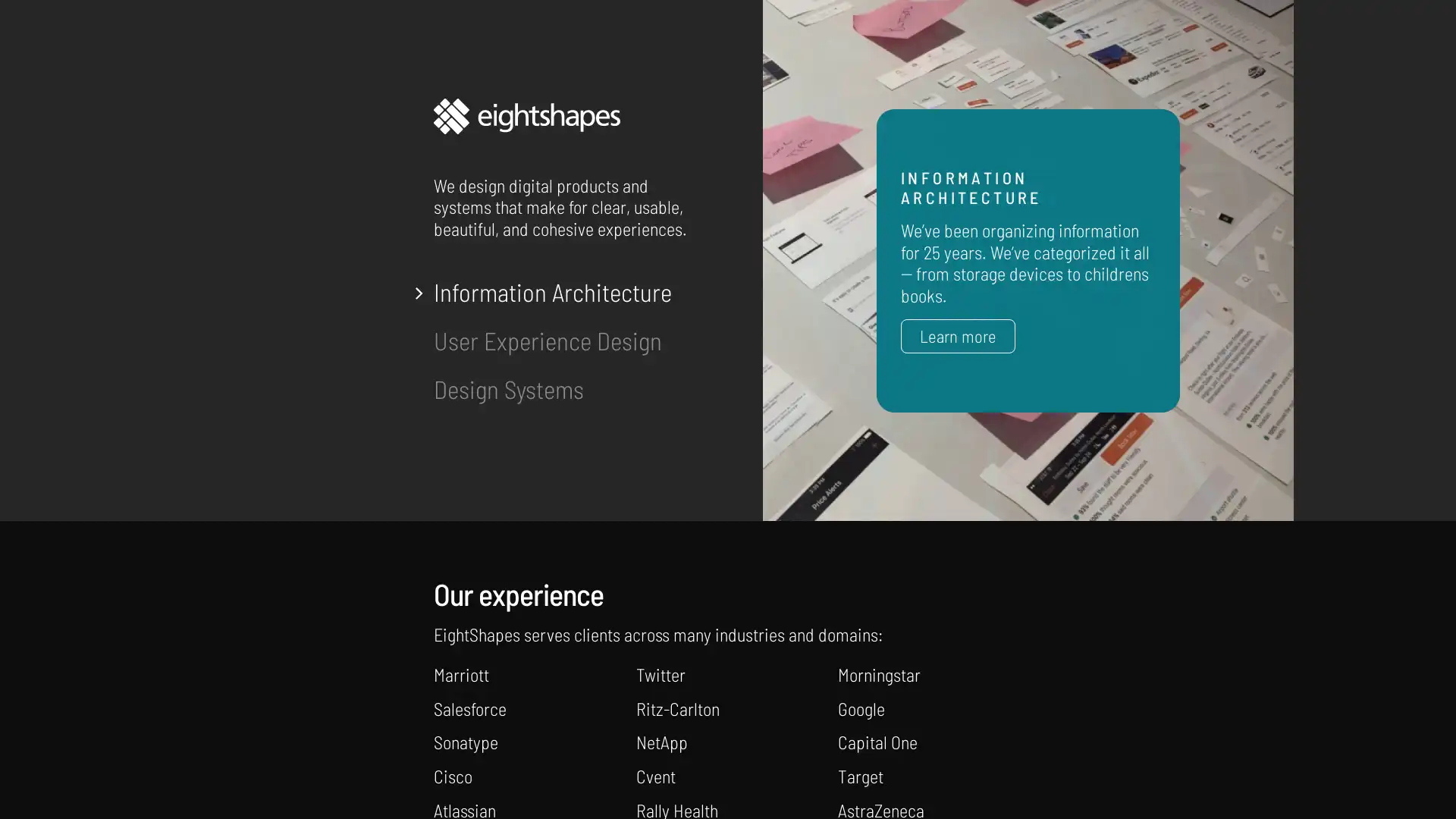  Describe the element at coordinates (552, 292) in the screenshot. I see `Information Architecture` at that location.